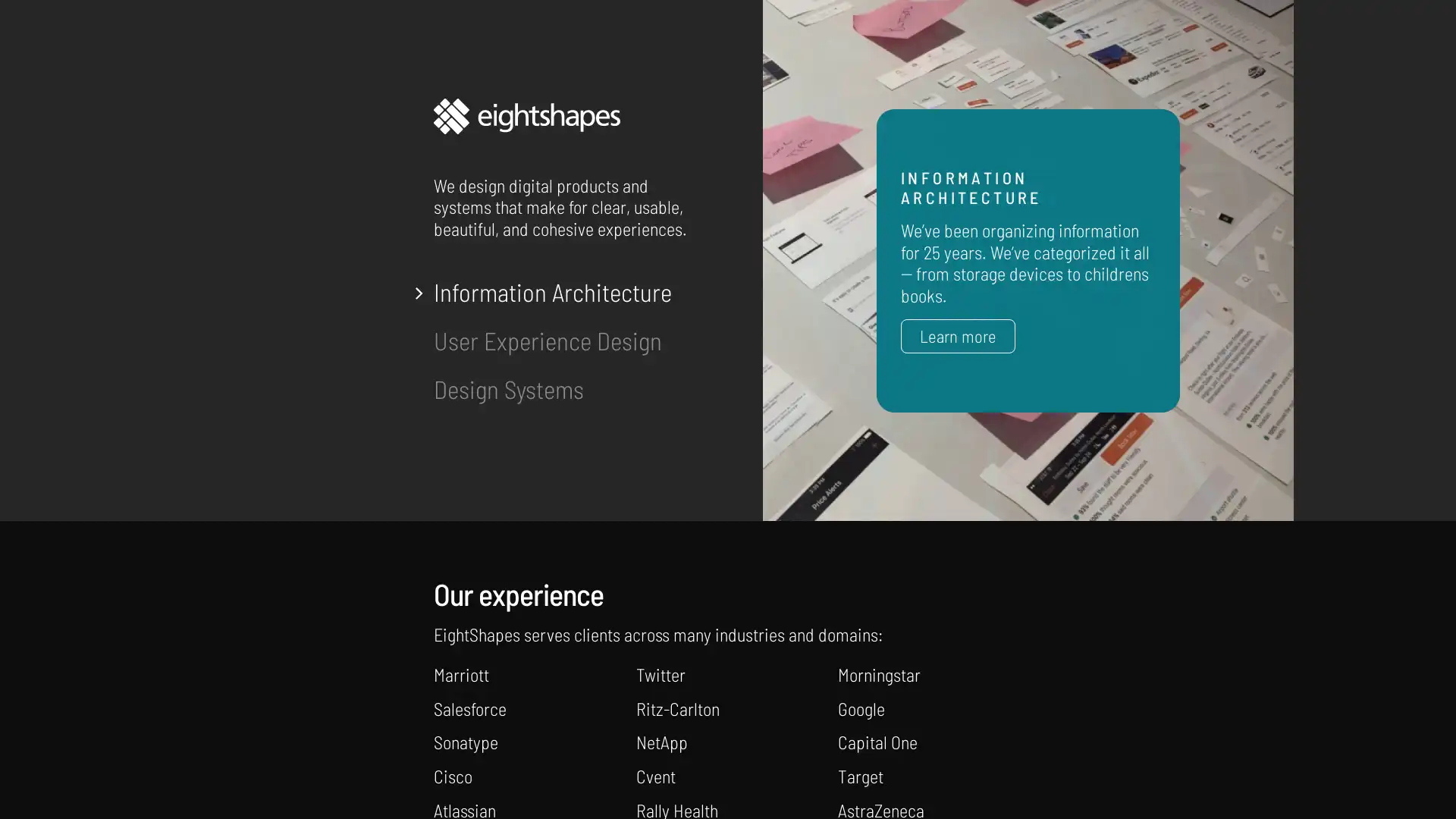  Describe the element at coordinates (552, 292) in the screenshot. I see `Information Architecture` at that location.